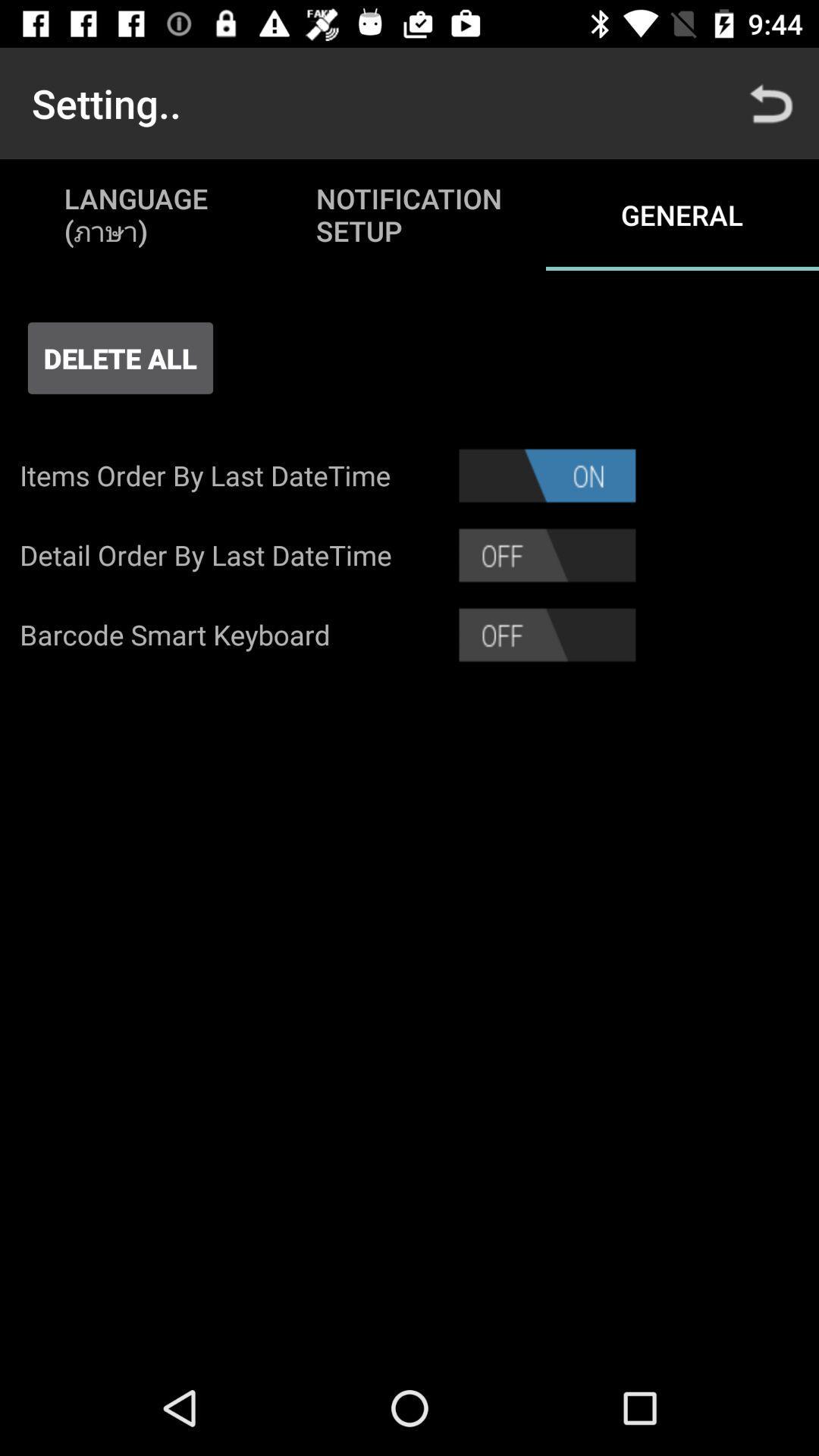  What do you see at coordinates (771, 102) in the screenshot?
I see `the app next to notification` at bounding box center [771, 102].